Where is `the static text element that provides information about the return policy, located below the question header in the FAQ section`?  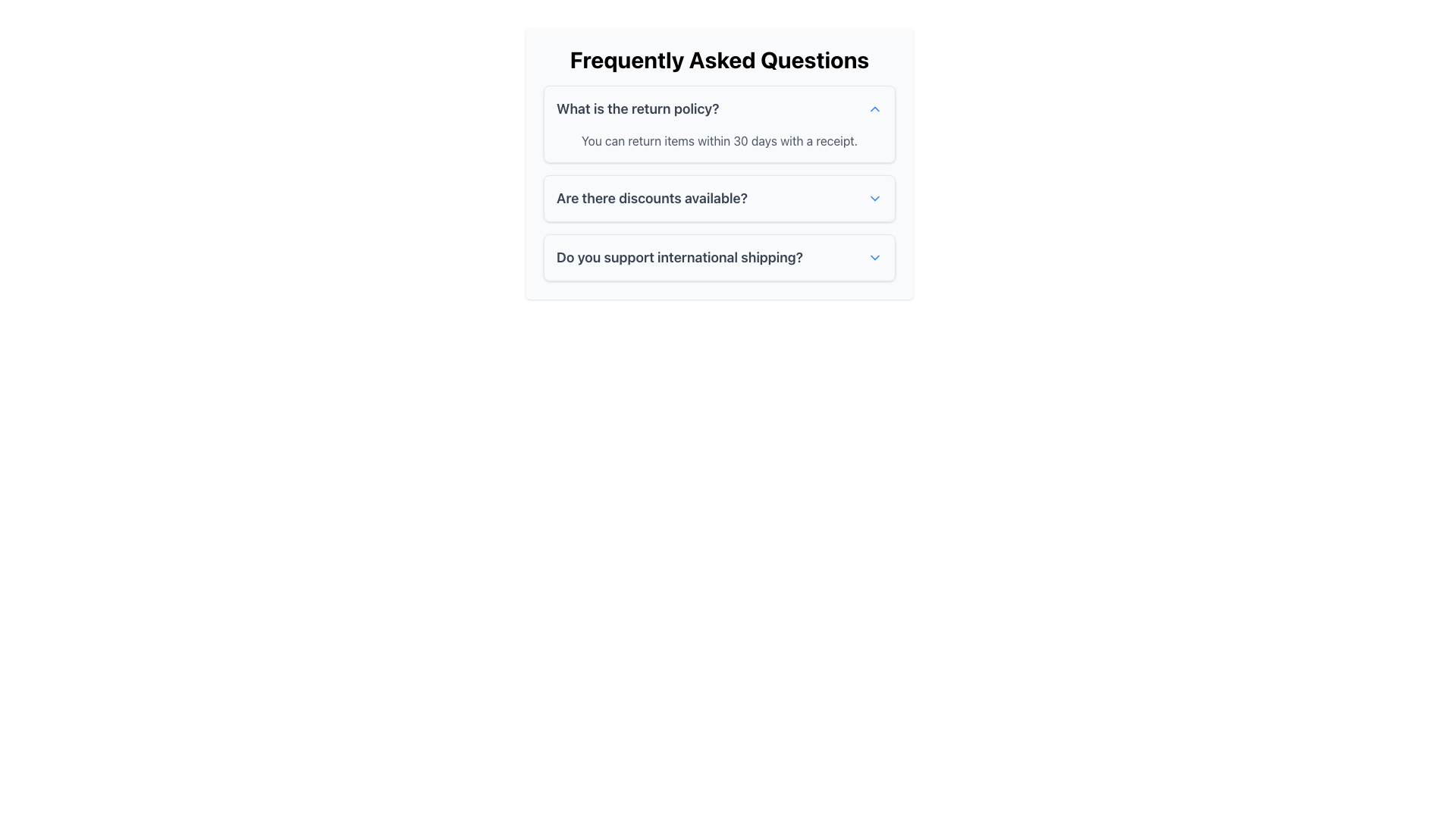 the static text element that provides information about the return policy, located below the question header in the FAQ section is located at coordinates (719, 140).